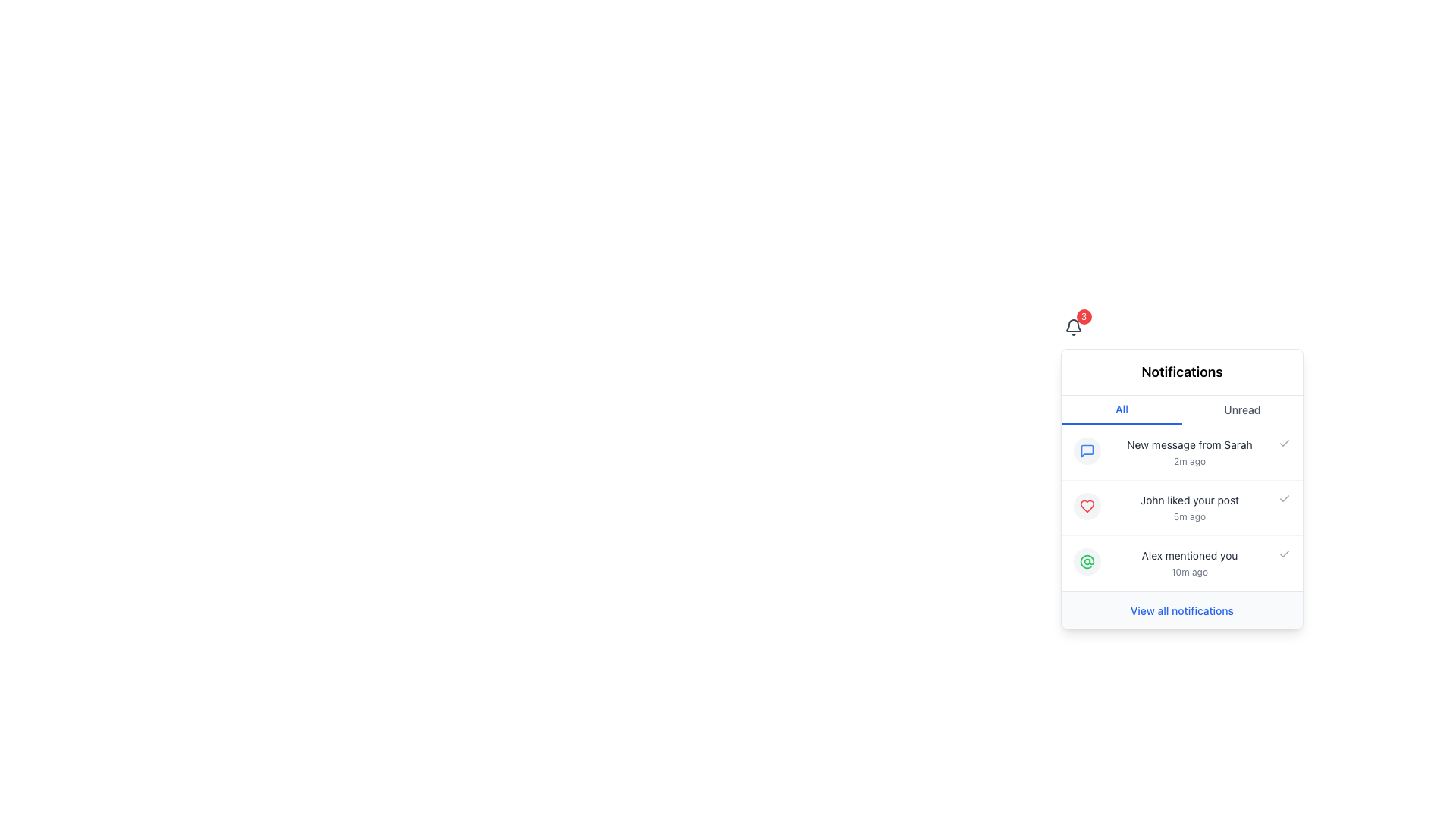 The height and width of the screenshot is (819, 1456). I want to click on the notification icon located at the top-right corner of the notification pop-up interface, which indicates mentions or highlights related to user communication or activity, so click(1087, 561).